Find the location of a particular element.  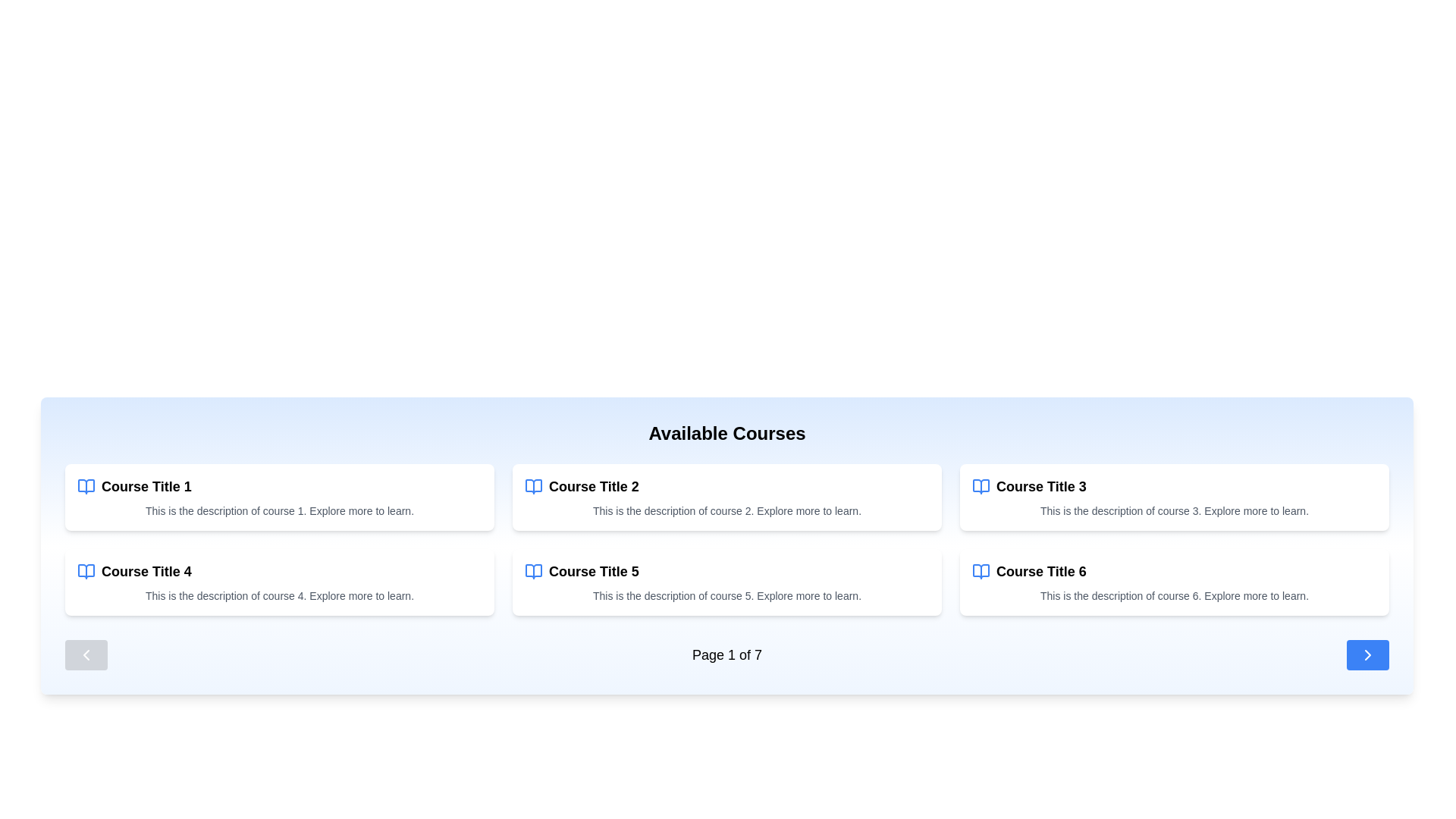

the text display reading 'This is the description of course 1. Explore more to learn.' located directly below the title 'Course Title 1' within the first course card is located at coordinates (280, 511).